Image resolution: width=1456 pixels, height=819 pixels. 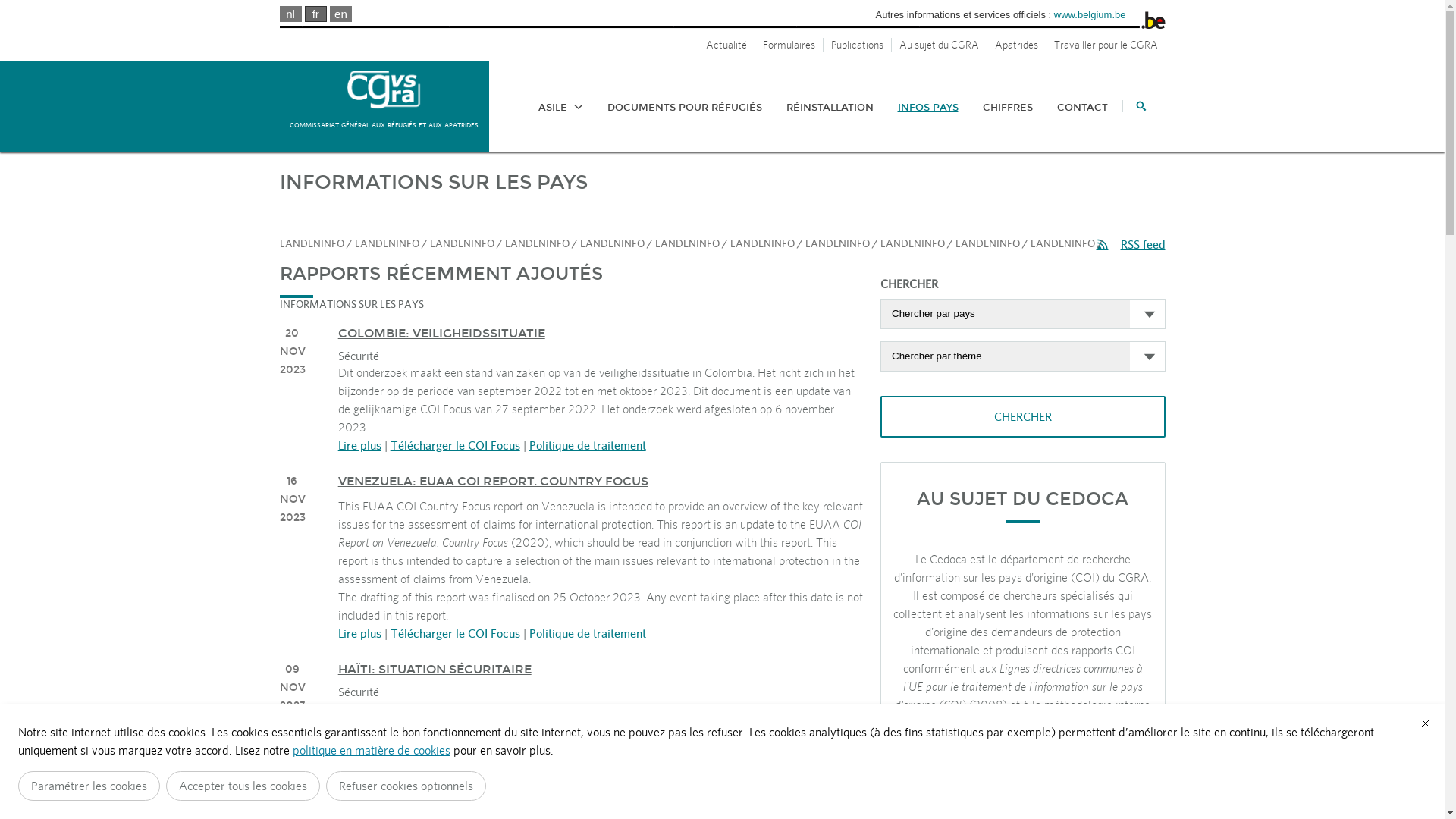 What do you see at coordinates (789, 43) in the screenshot?
I see `'Formulaires'` at bounding box center [789, 43].